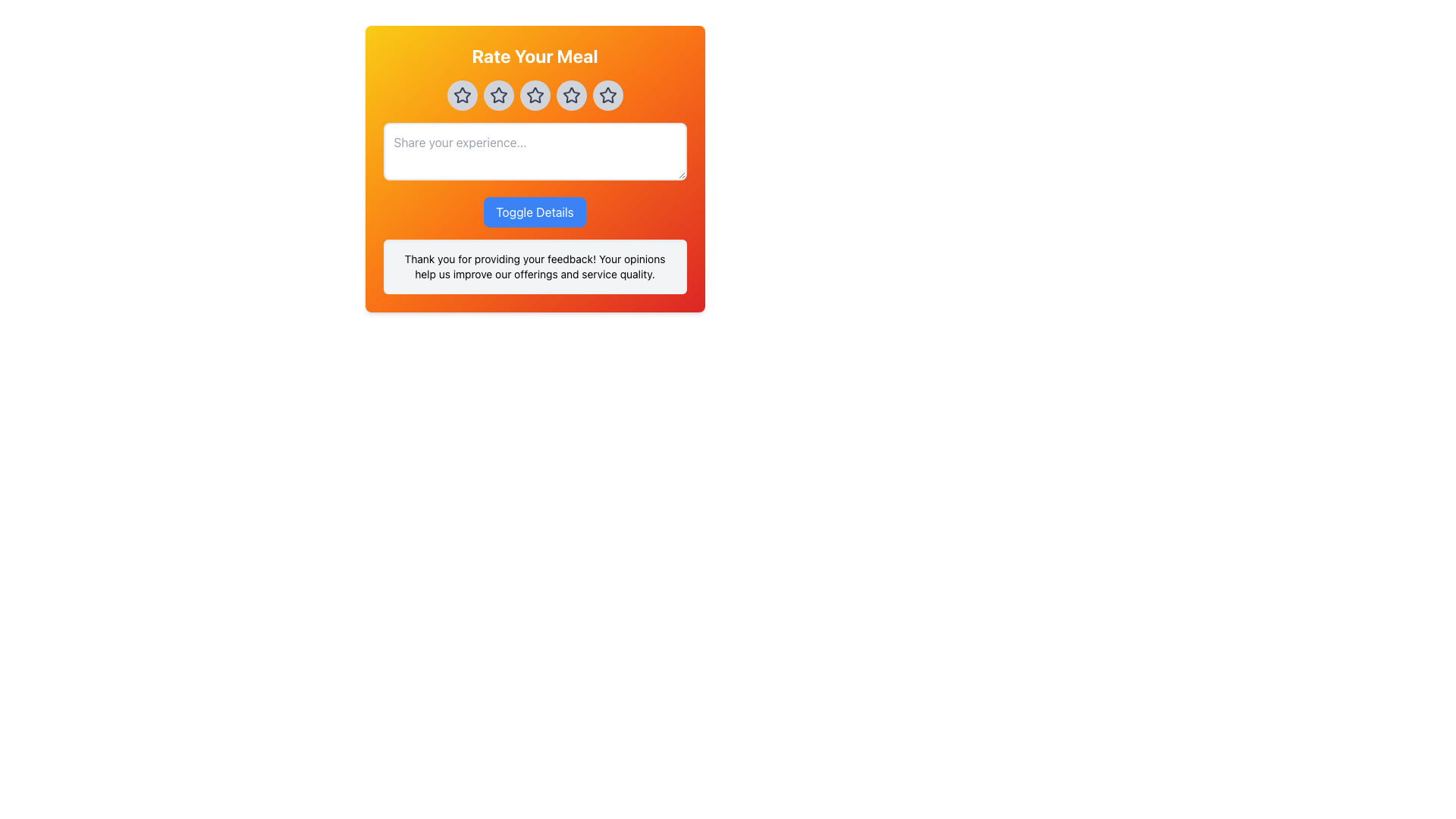 This screenshot has width=1456, height=819. Describe the element at coordinates (498, 96) in the screenshot. I see `the second rating button under the 'Rate Your Meal' title` at that location.